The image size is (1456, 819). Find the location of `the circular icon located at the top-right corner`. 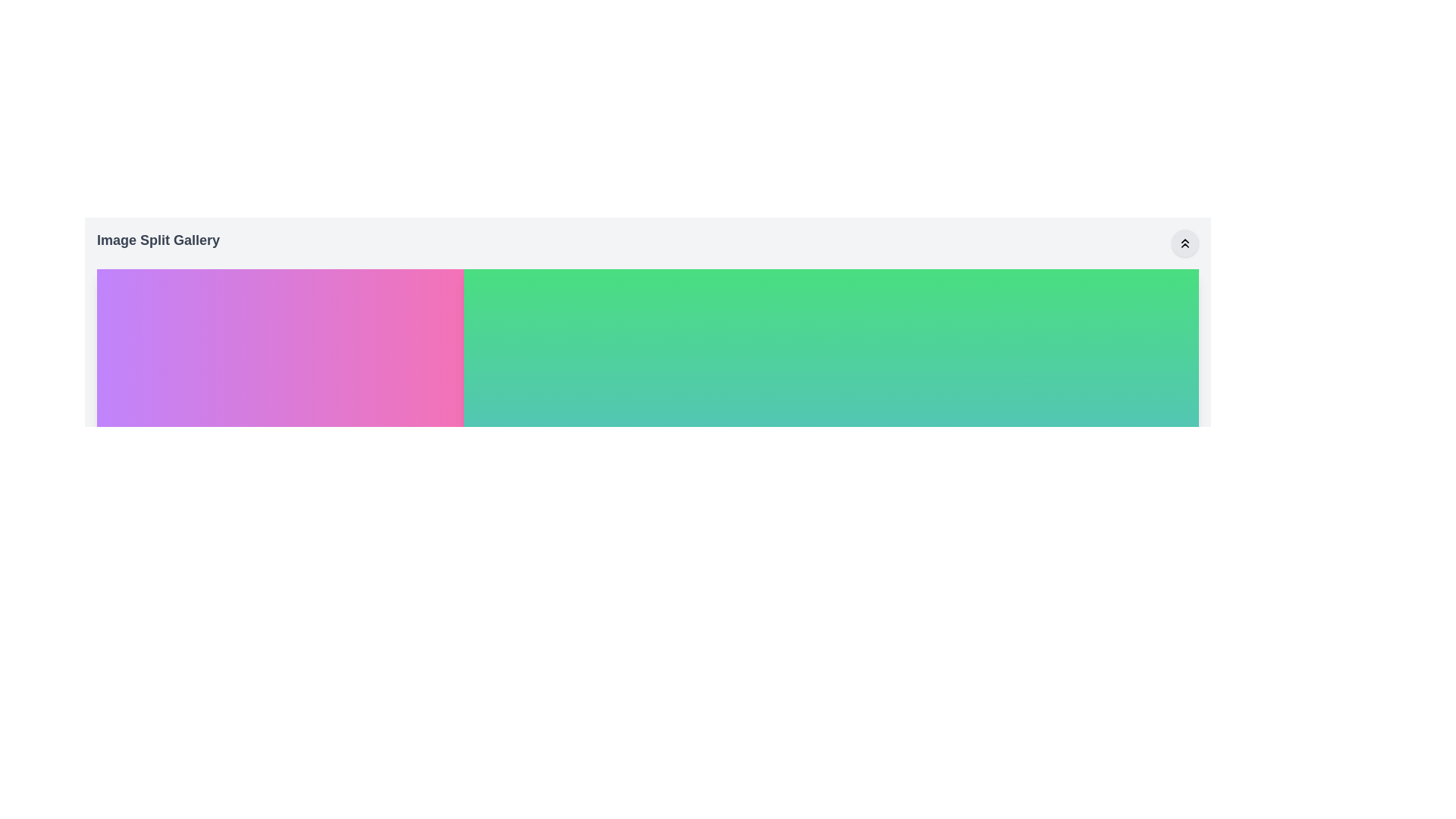

the circular icon located at the top-right corner is located at coordinates (1185, 242).